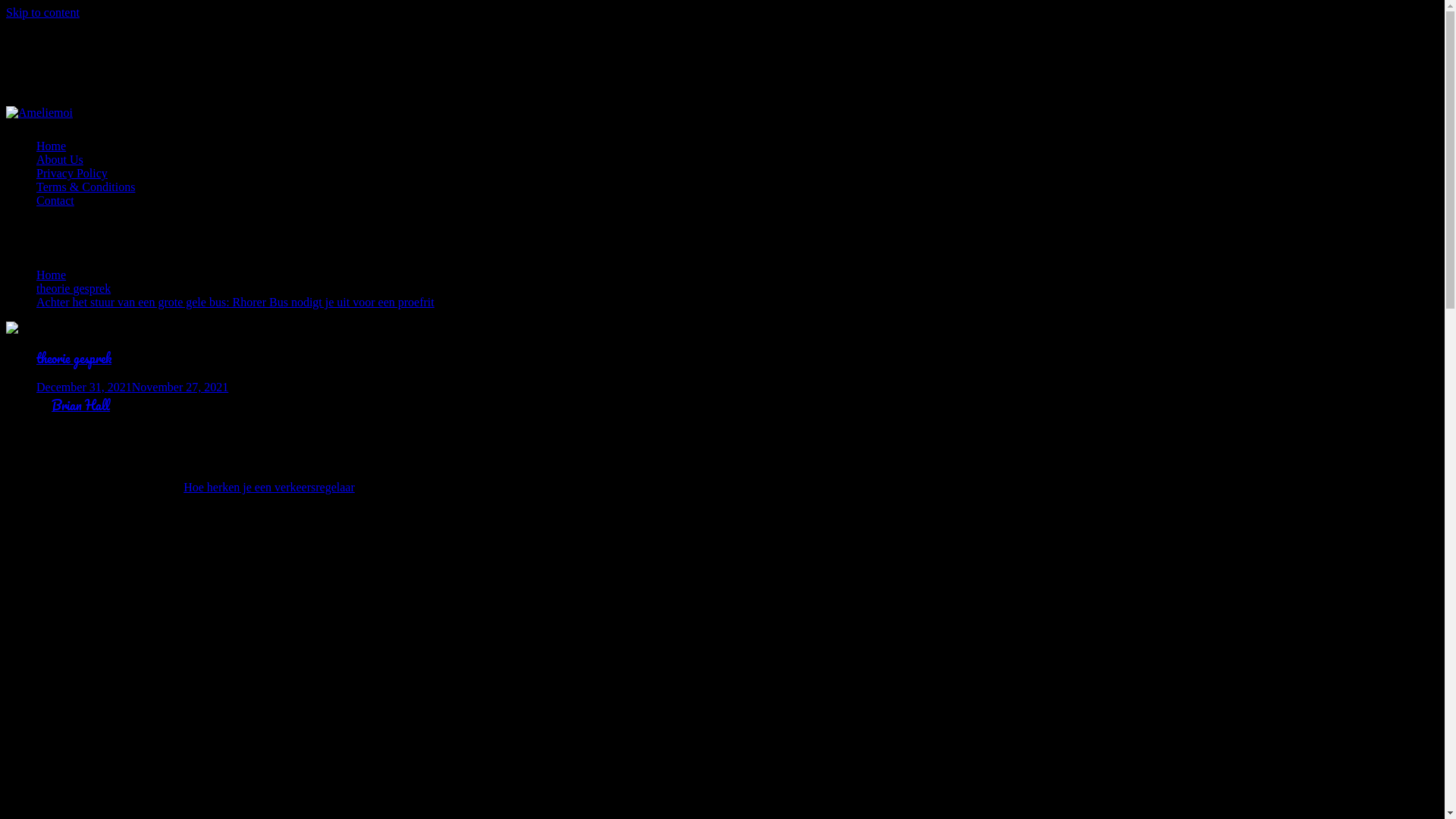  What do you see at coordinates (51, 275) in the screenshot?
I see `'Home'` at bounding box center [51, 275].